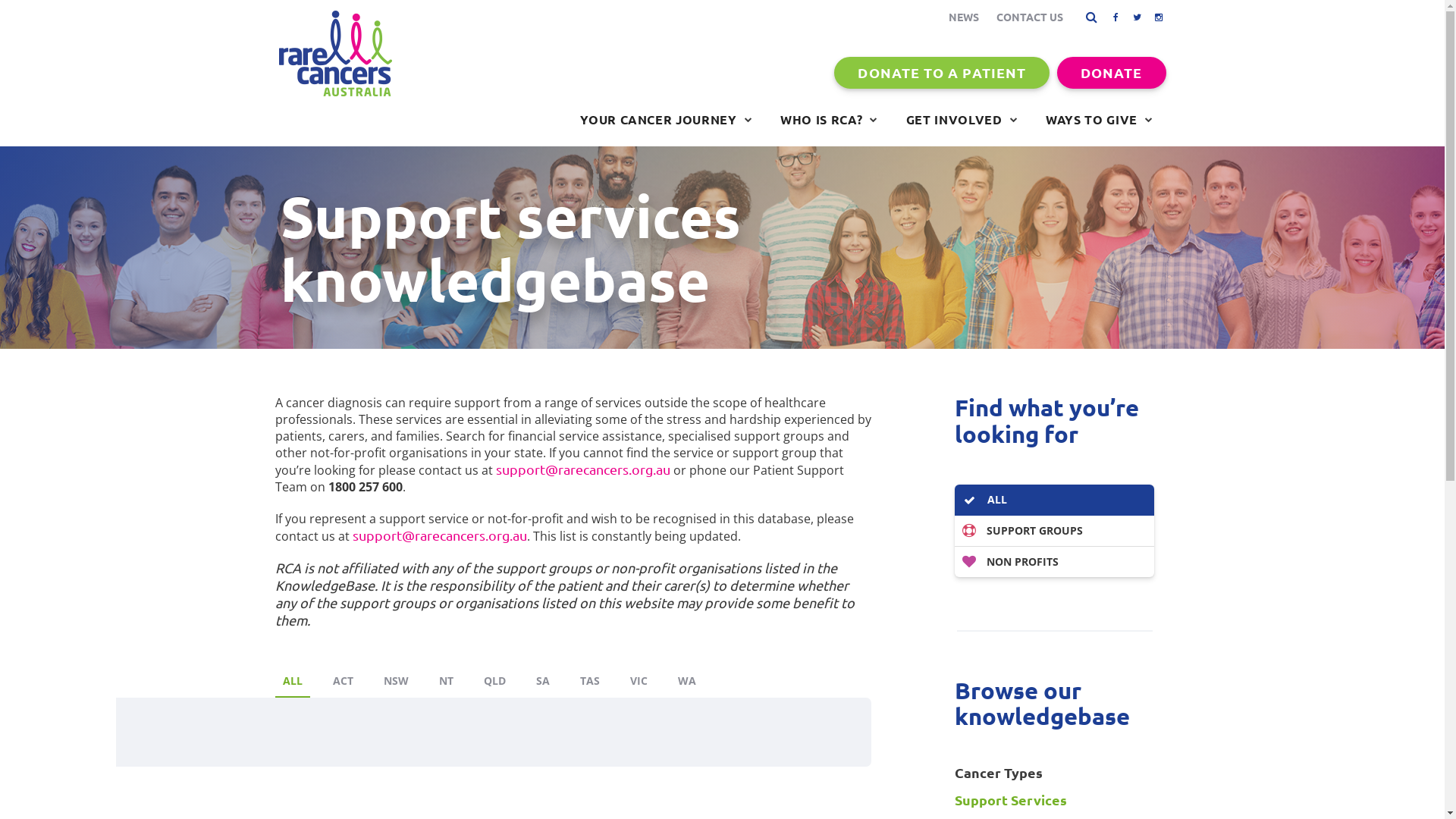 Image resolution: width=1456 pixels, height=819 pixels. I want to click on 'ACT', so click(341, 681).